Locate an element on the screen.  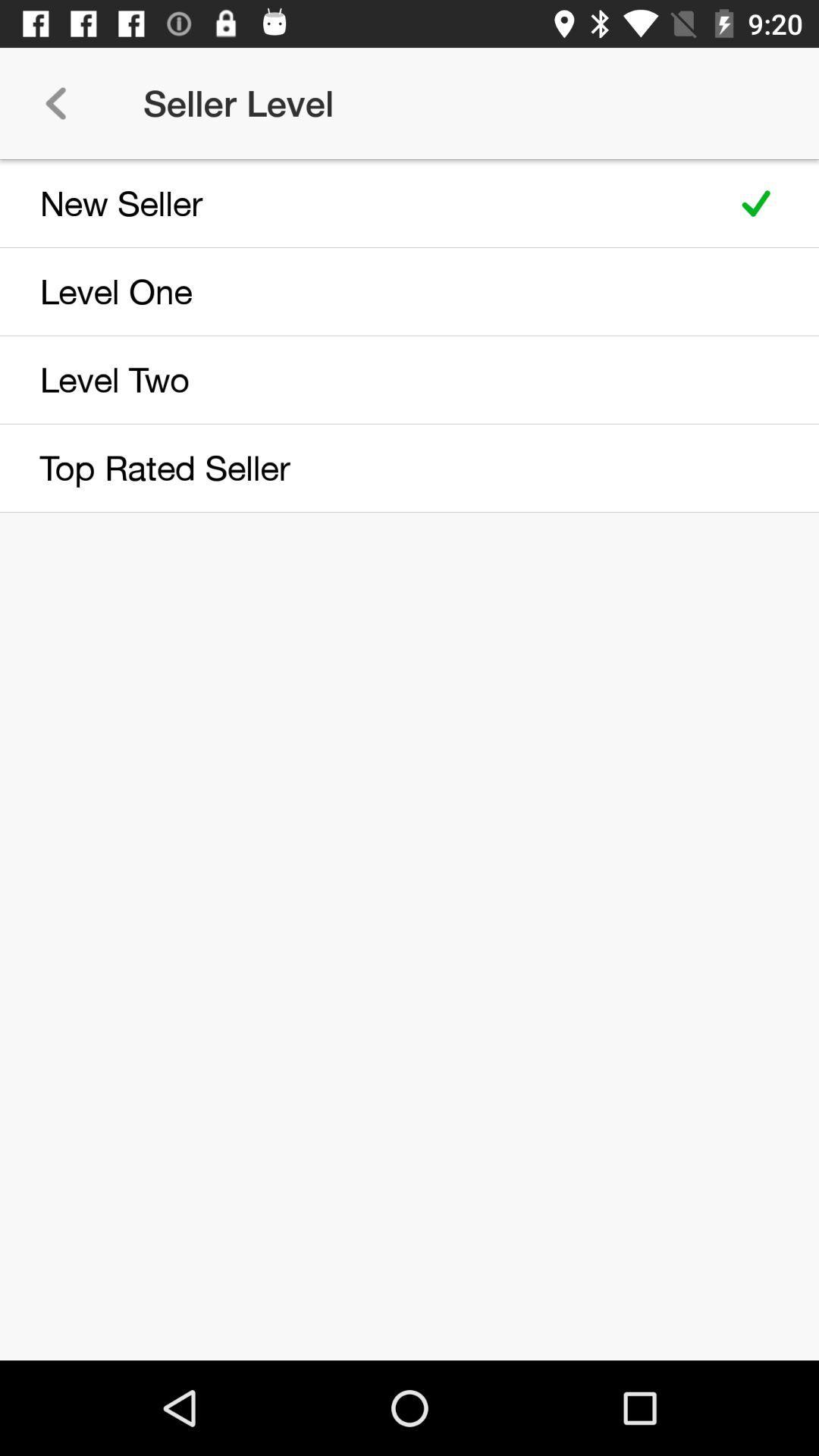
item next to new seller icon is located at coordinates (756, 202).